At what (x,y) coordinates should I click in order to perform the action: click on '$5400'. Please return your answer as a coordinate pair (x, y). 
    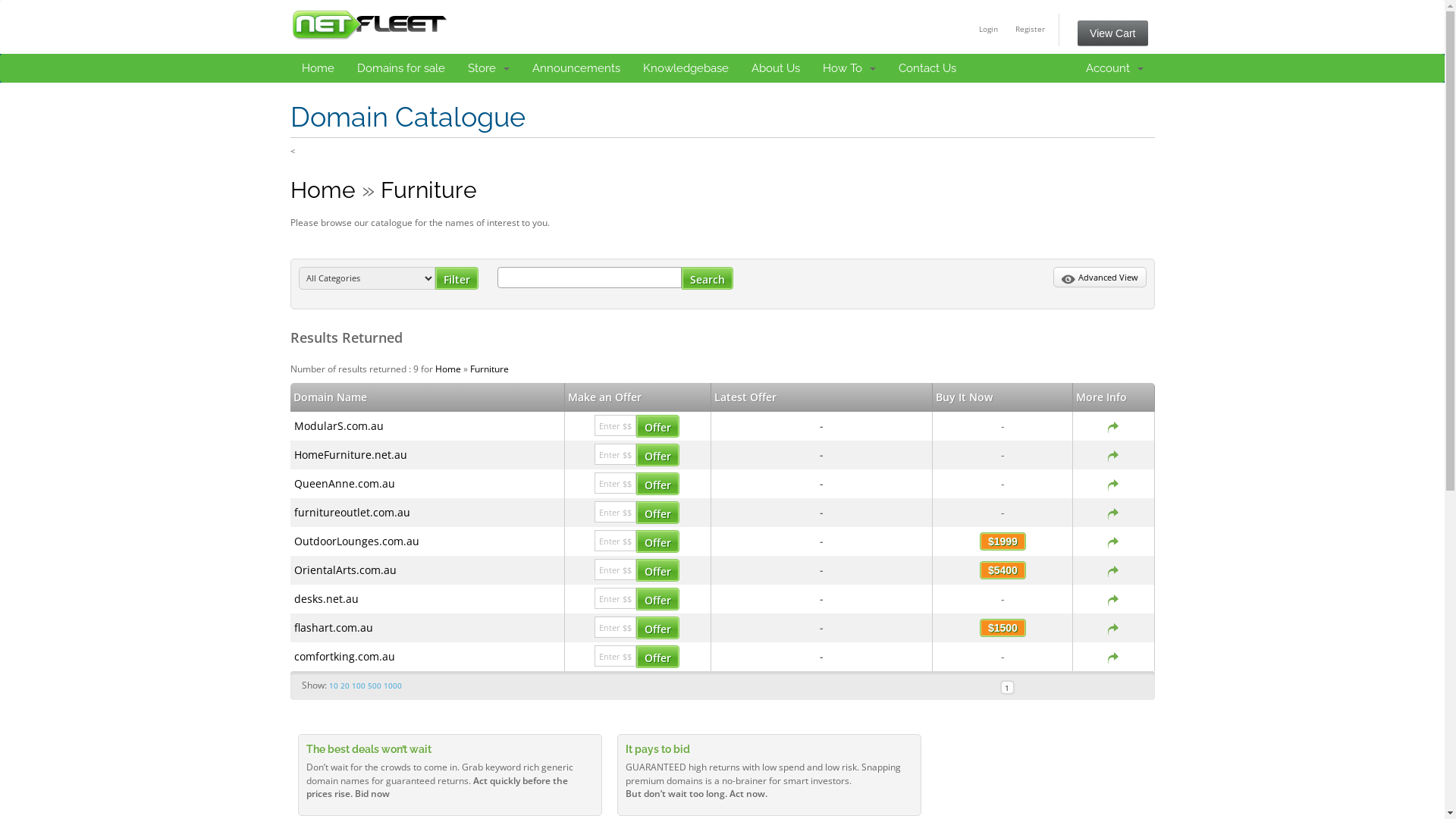
    Looking at the image, I should click on (1003, 570).